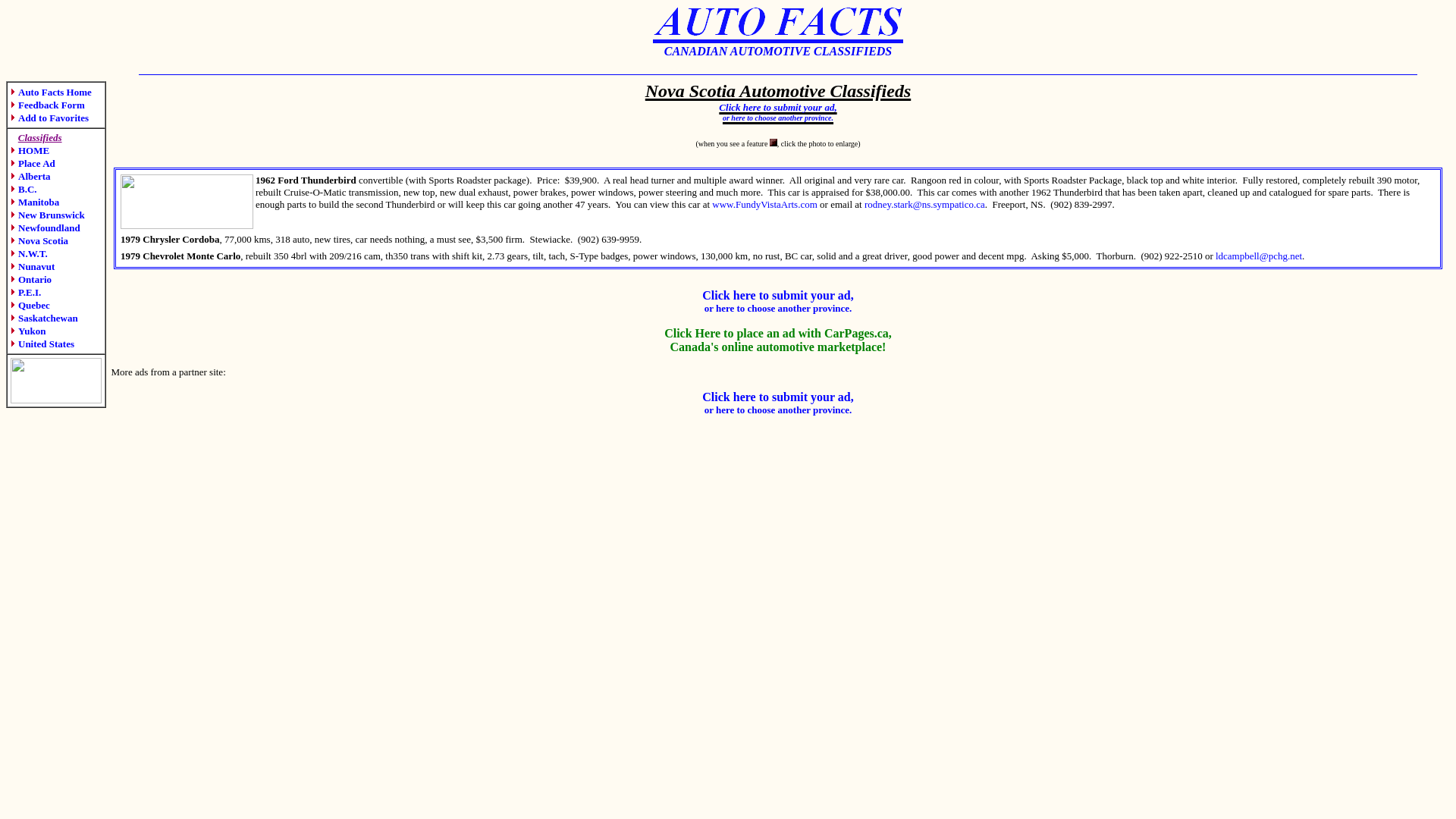 This screenshot has height=819, width=1456. I want to click on 'Saskatchewan', so click(44, 317).